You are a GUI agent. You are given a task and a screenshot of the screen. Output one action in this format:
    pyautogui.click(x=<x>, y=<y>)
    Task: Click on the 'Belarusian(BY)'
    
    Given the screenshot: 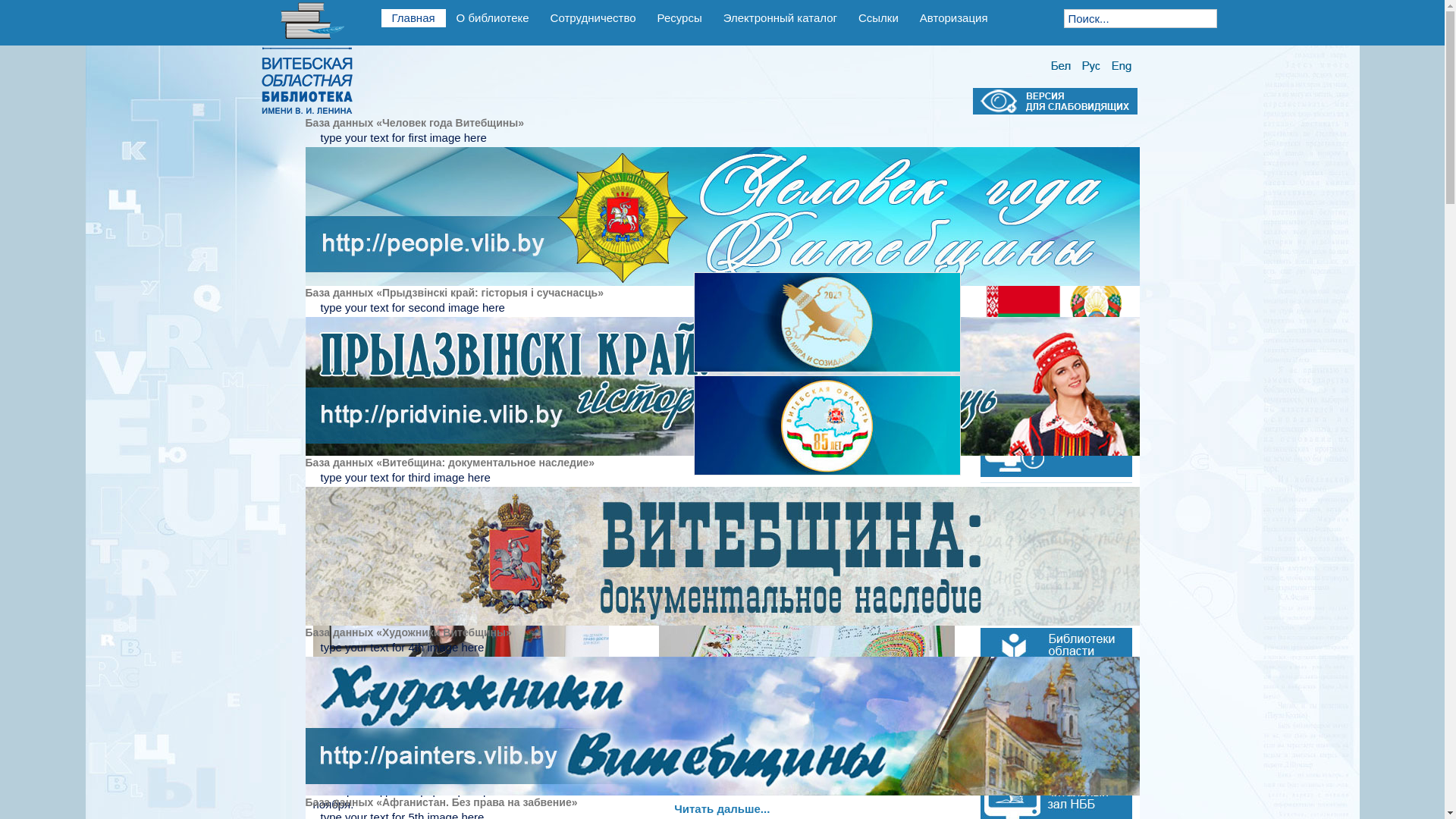 What is the action you would take?
    pyautogui.click(x=1059, y=66)
    